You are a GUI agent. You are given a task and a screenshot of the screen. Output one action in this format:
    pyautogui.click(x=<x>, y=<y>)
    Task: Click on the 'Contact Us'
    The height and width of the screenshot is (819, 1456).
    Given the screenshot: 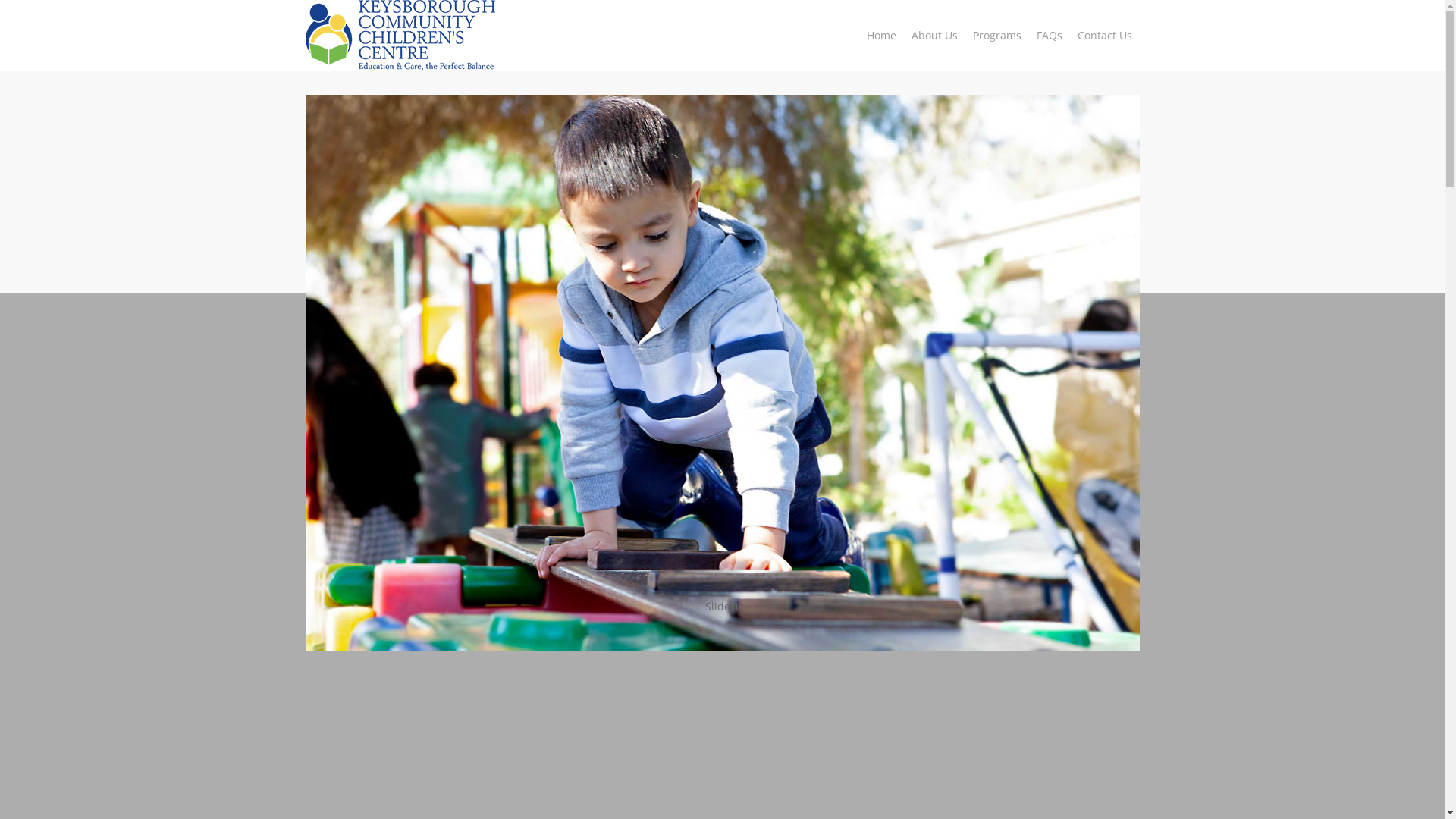 What is the action you would take?
    pyautogui.click(x=1103, y=34)
    